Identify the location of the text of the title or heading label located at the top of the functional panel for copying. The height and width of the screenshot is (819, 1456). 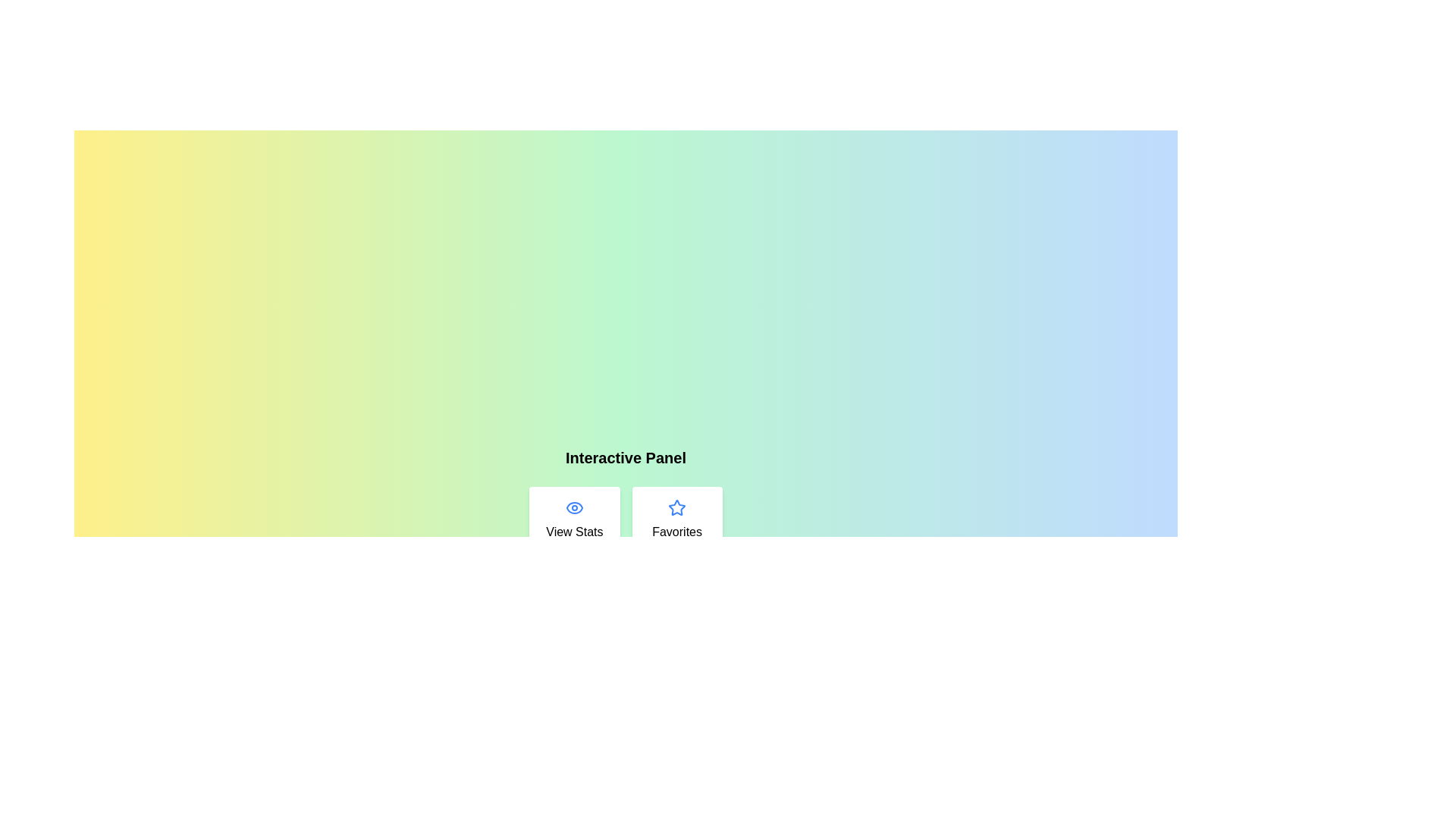
(626, 457).